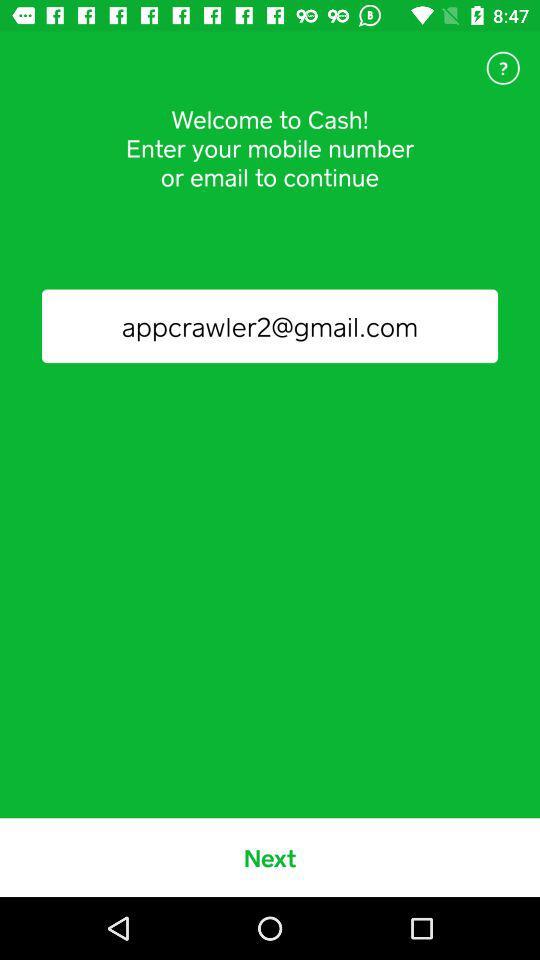 This screenshot has height=960, width=540. What do you see at coordinates (270, 326) in the screenshot?
I see `the appcrawler2@gmail.com icon` at bounding box center [270, 326].